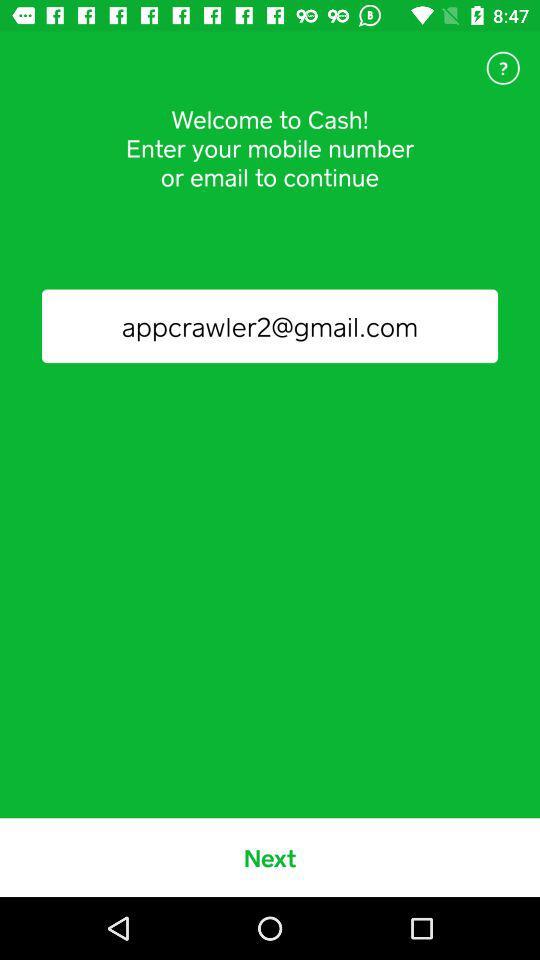 This screenshot has height=960, width=540. What do you see at coordinates (270, 326) in the screenshot?
I see `the appcrawler2@gmail.com icon` at bounding box center [270, 326].